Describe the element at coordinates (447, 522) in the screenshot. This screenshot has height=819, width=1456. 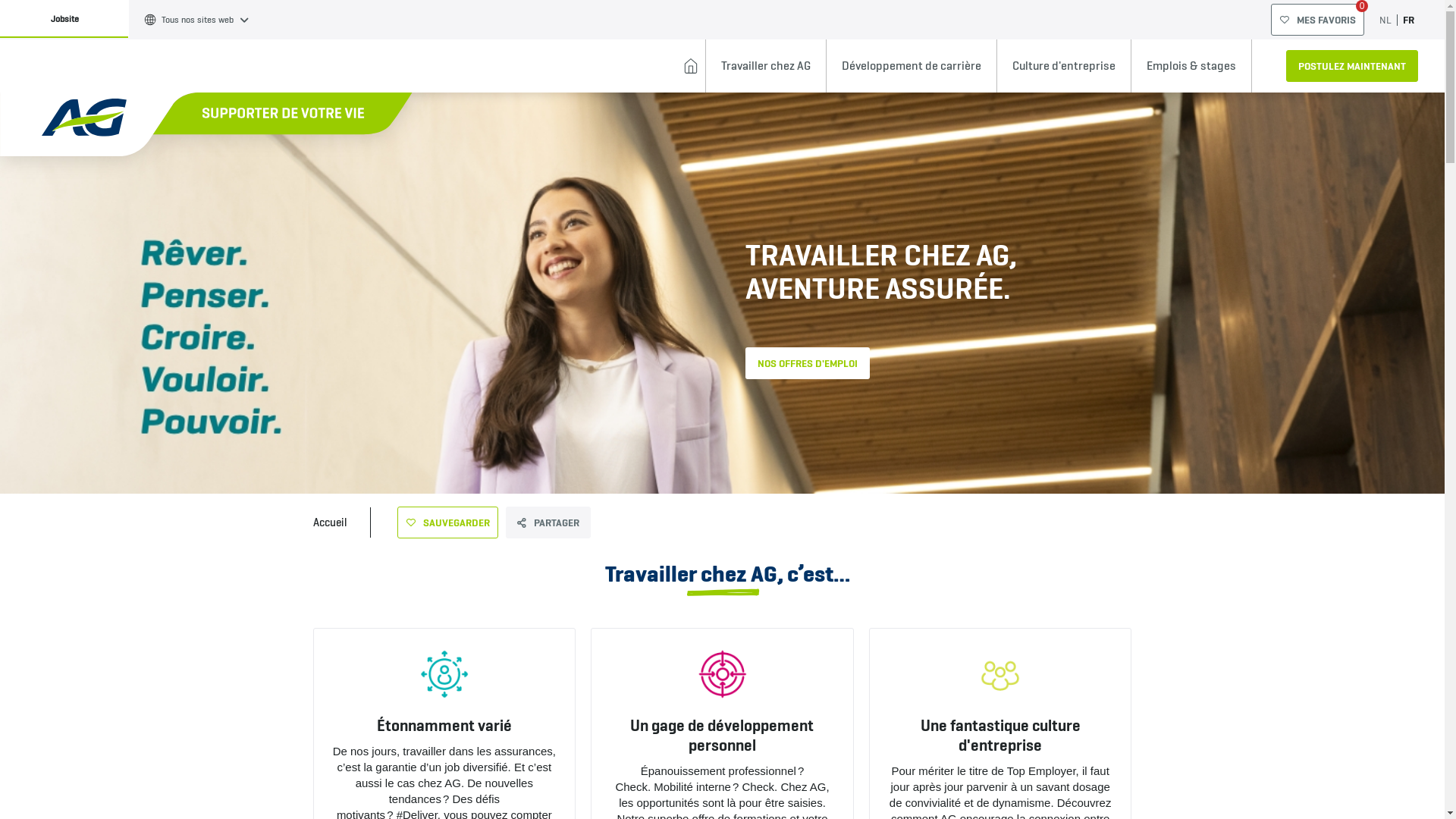
I see `'SAUVEGARDER'` at that location.